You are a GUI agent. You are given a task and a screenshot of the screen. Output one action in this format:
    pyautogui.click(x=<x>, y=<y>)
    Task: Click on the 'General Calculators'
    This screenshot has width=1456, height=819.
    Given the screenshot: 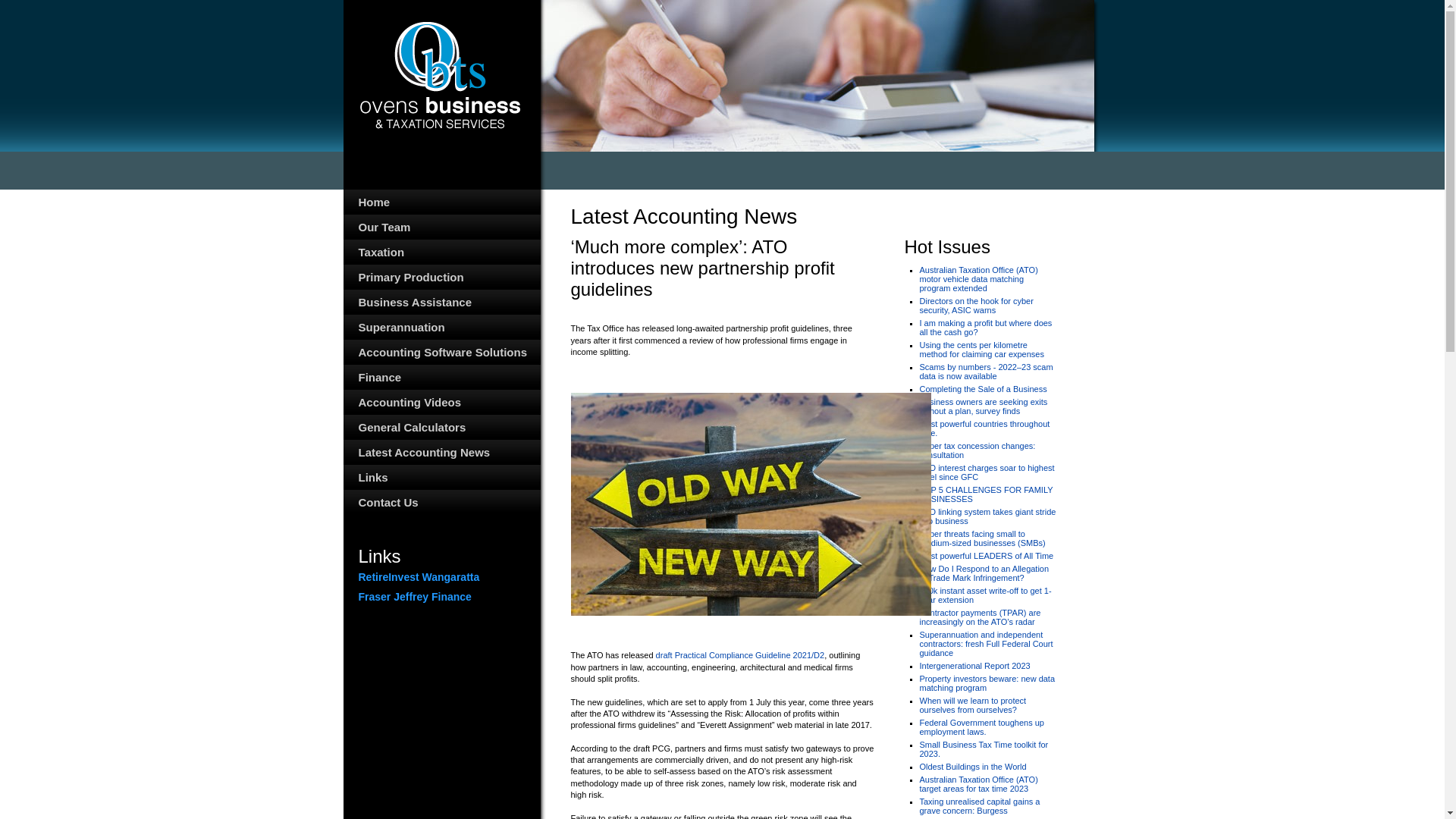 What is the action you would take?
    pyautogui.click(x=440, y=427)
    